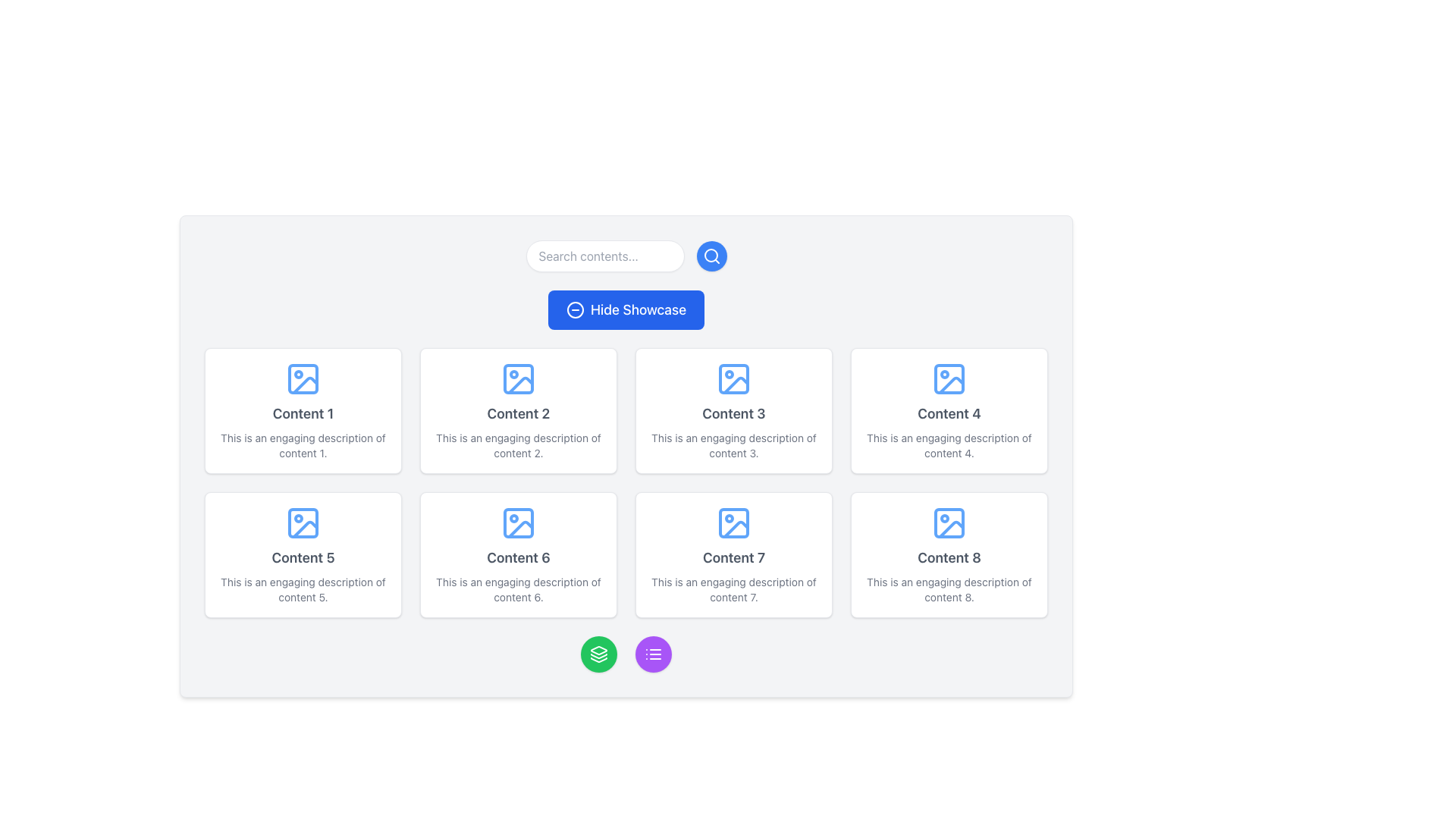 The width and height of the screenshot is (1456, 819). I want to click on the leftmost circular button with a green background and a white icon depicting layered squares, so click(598, 654).